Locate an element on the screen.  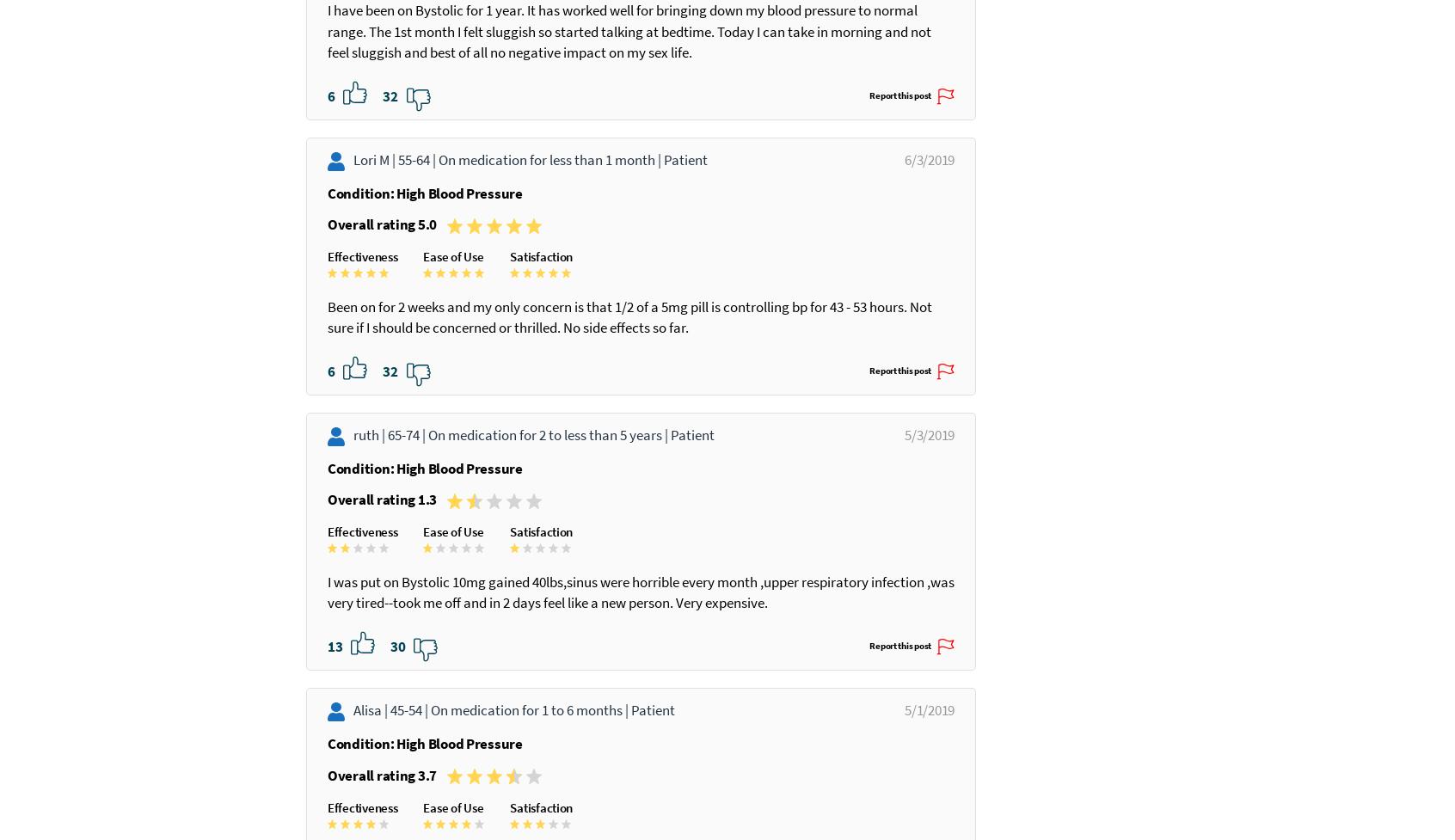
'ruth |' is located at coordinates (369, 518).